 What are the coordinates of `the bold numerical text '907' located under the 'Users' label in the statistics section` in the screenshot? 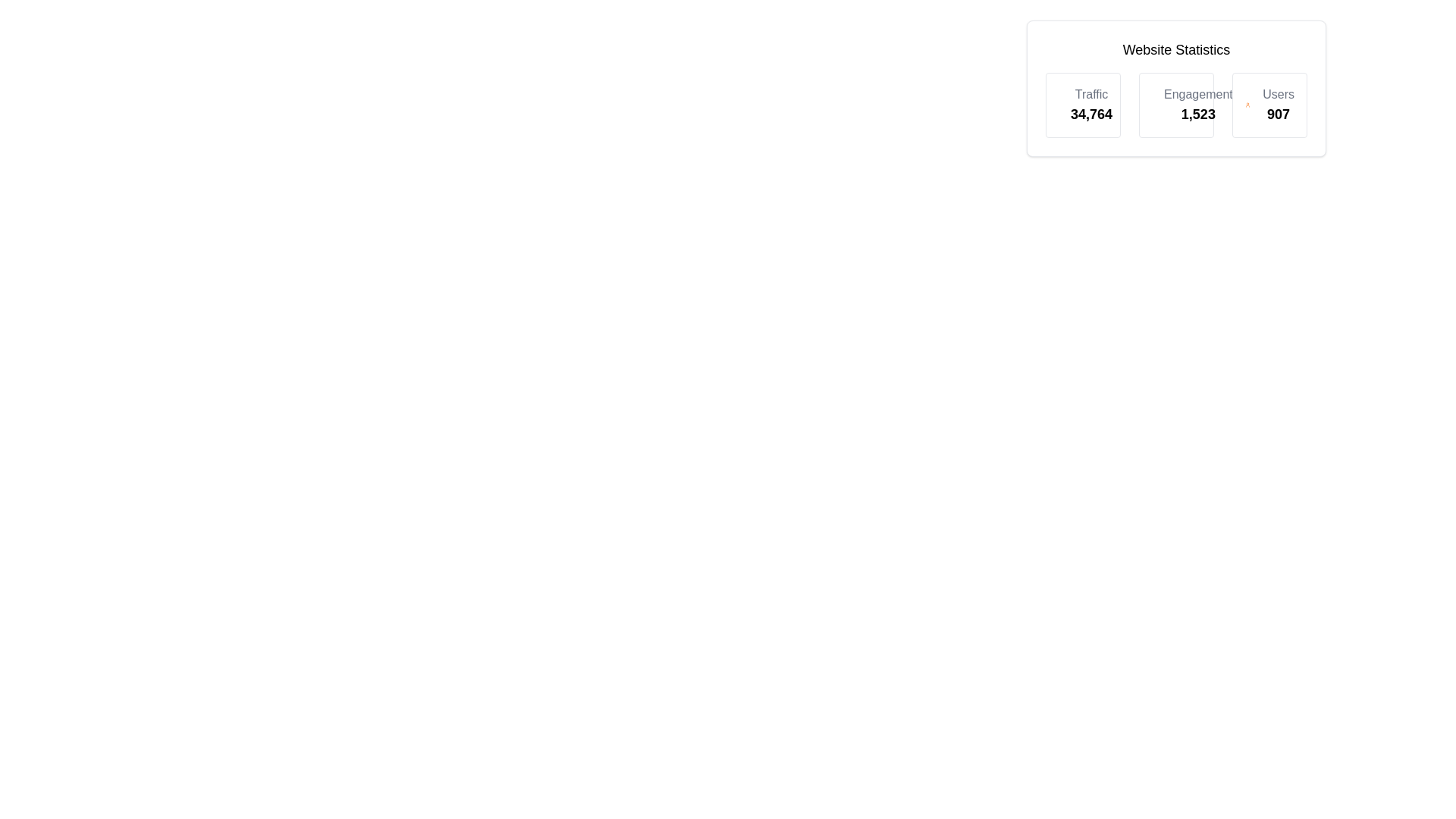 It's located at (1278, 113).